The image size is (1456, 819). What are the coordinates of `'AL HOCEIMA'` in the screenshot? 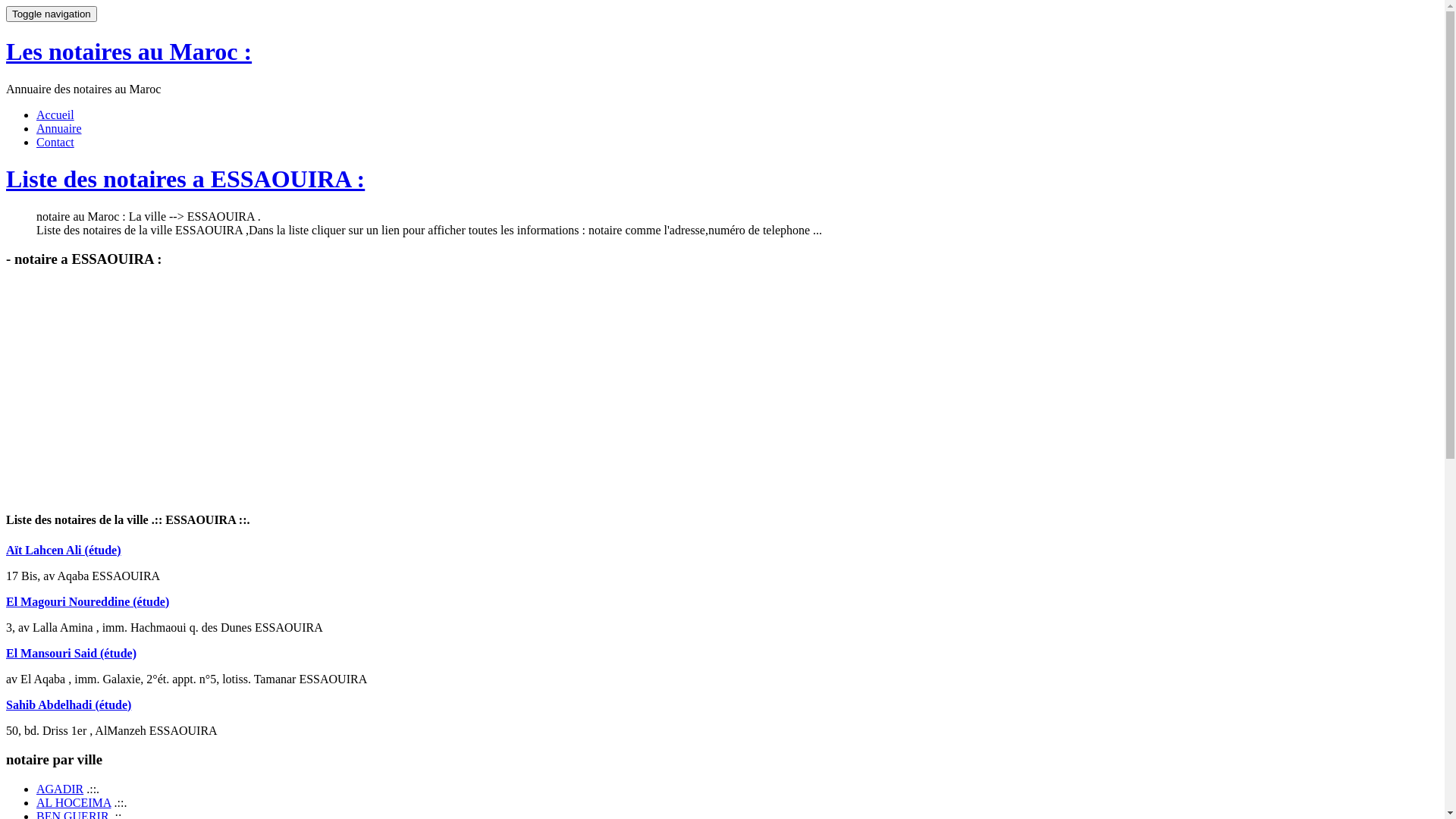 It's located at (73, 802).